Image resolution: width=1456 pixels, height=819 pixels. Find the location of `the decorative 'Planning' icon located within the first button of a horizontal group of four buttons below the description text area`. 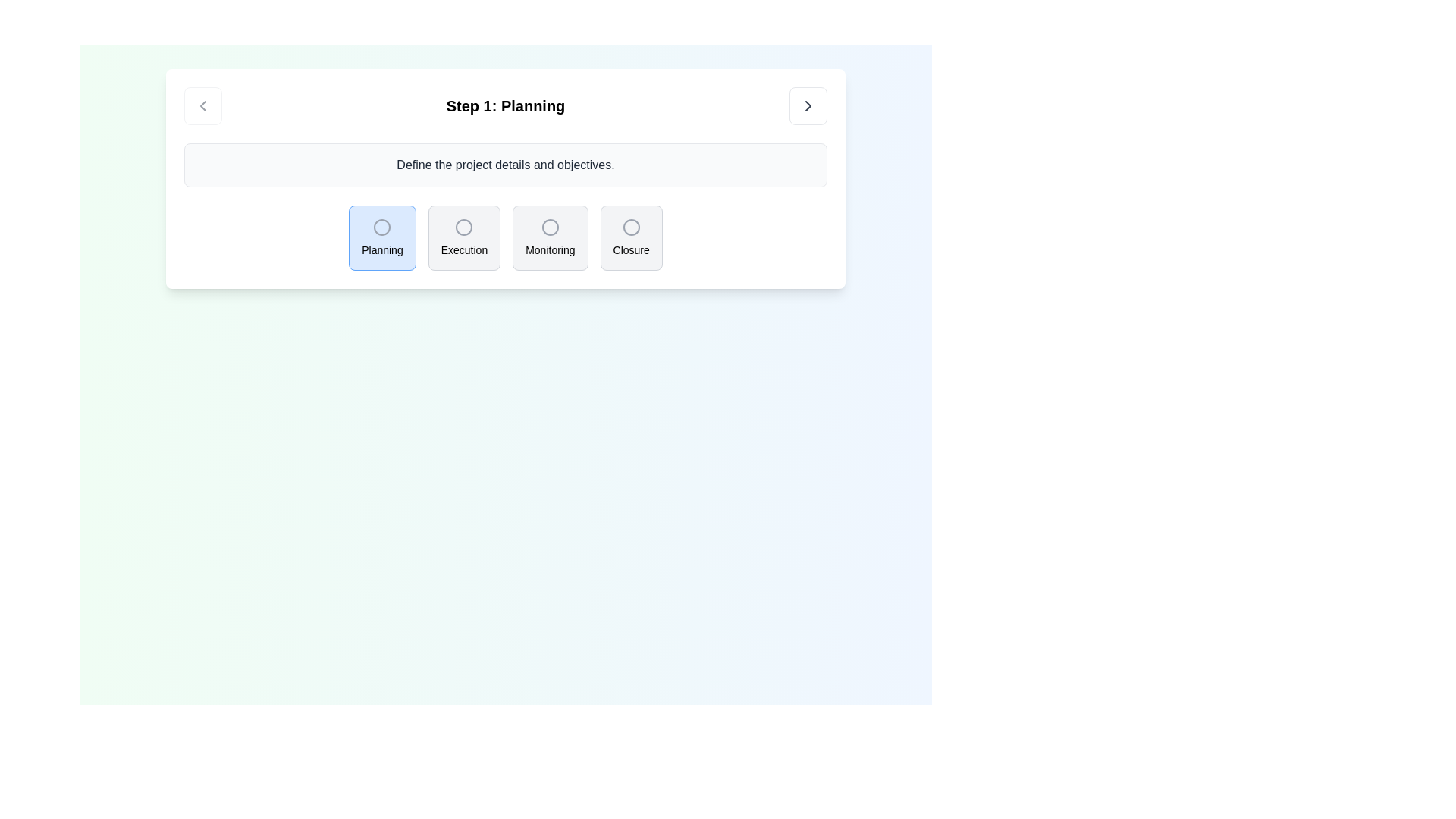

the decorative 'Planning' icon located within the first button of a horizontal group of four buttons below the description text area is located at coordinates (382, 227).